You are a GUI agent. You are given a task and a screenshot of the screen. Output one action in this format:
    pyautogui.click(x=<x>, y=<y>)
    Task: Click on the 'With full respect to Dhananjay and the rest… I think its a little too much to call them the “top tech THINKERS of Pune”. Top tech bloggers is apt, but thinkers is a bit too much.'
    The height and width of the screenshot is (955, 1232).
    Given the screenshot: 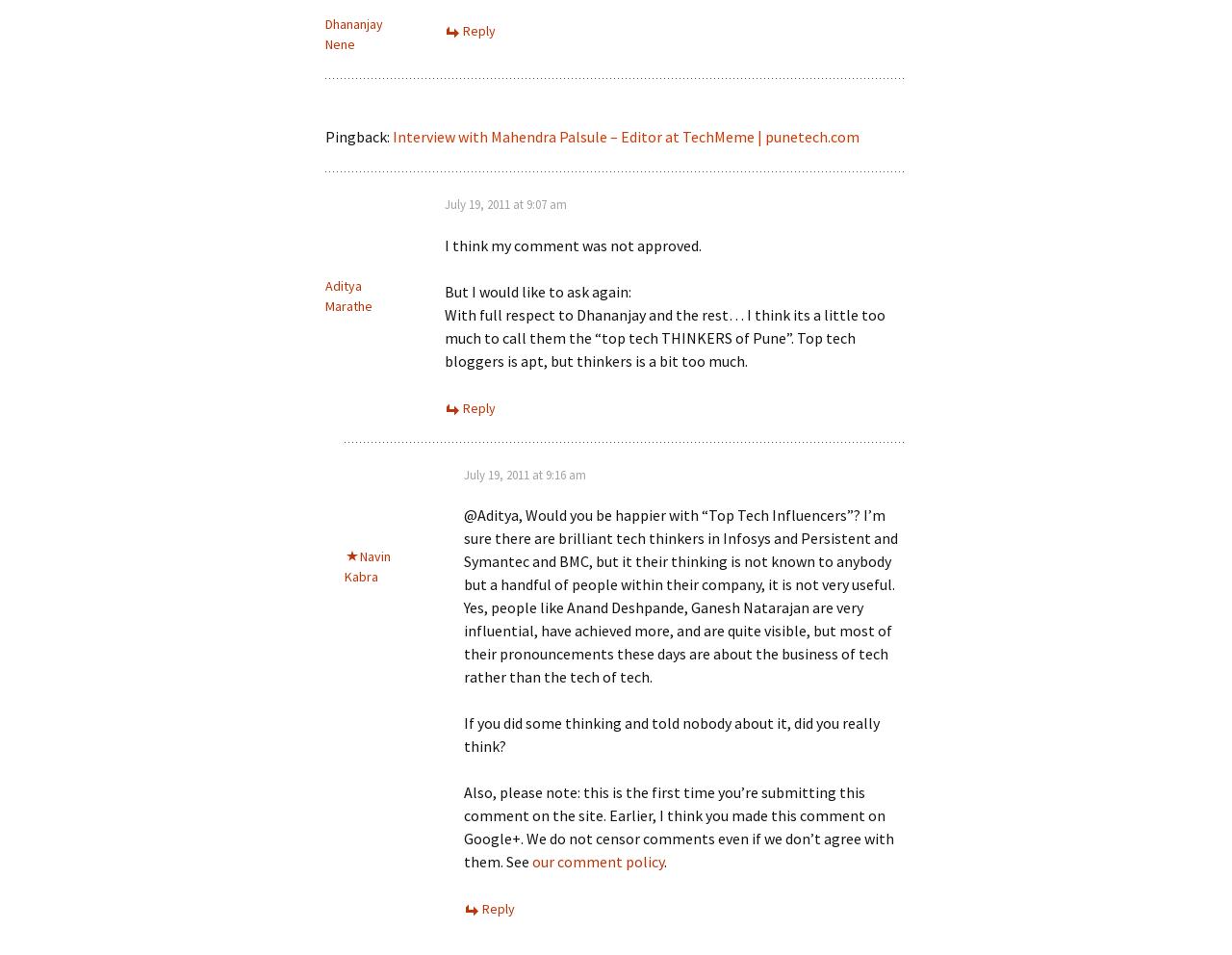 What is the action you would take?
    pyautogui.click(x=664, y=335)
    